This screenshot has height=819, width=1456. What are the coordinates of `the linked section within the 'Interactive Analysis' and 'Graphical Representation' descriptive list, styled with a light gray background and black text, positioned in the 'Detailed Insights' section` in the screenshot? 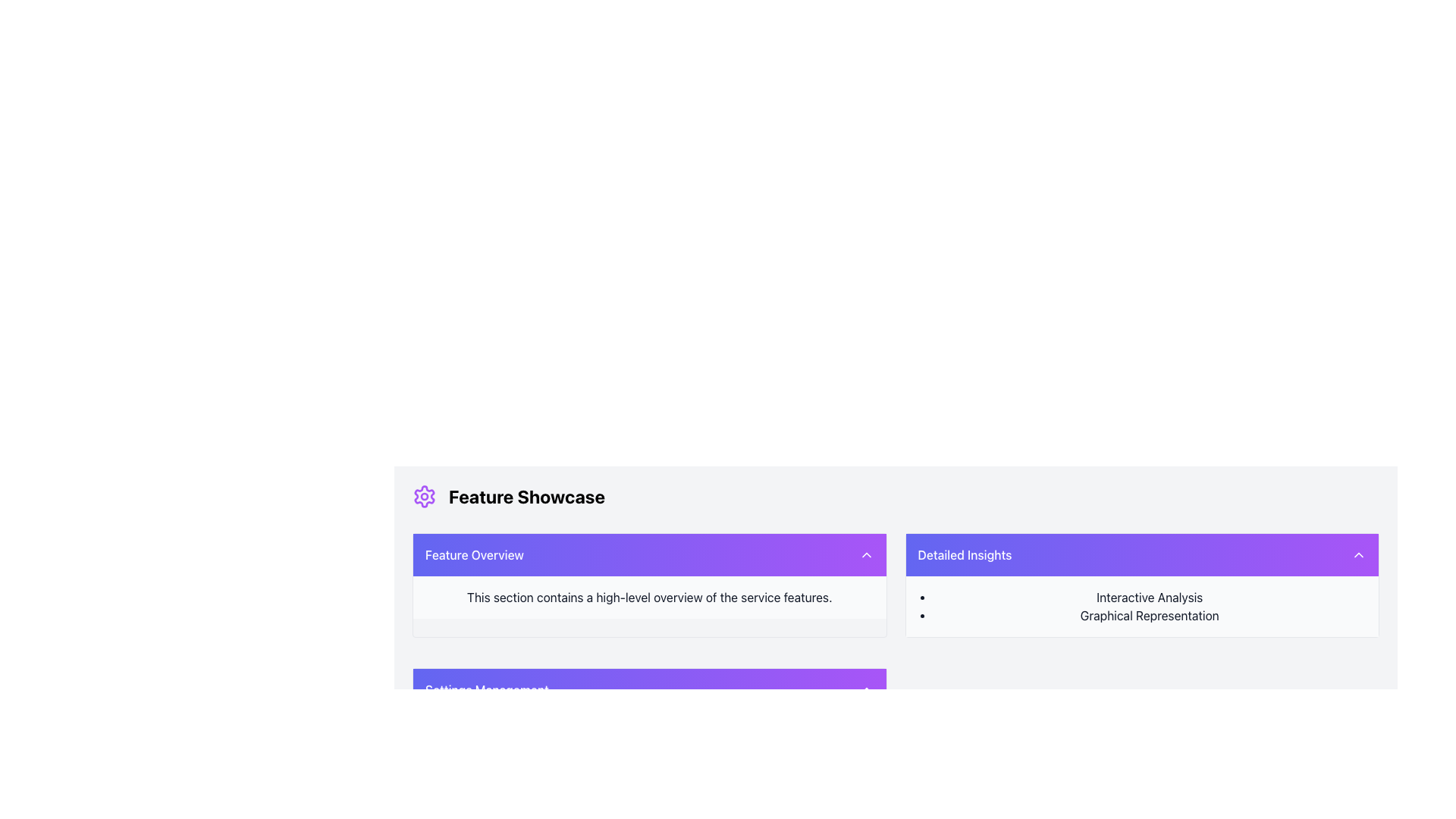 It's located at (1142, 605).